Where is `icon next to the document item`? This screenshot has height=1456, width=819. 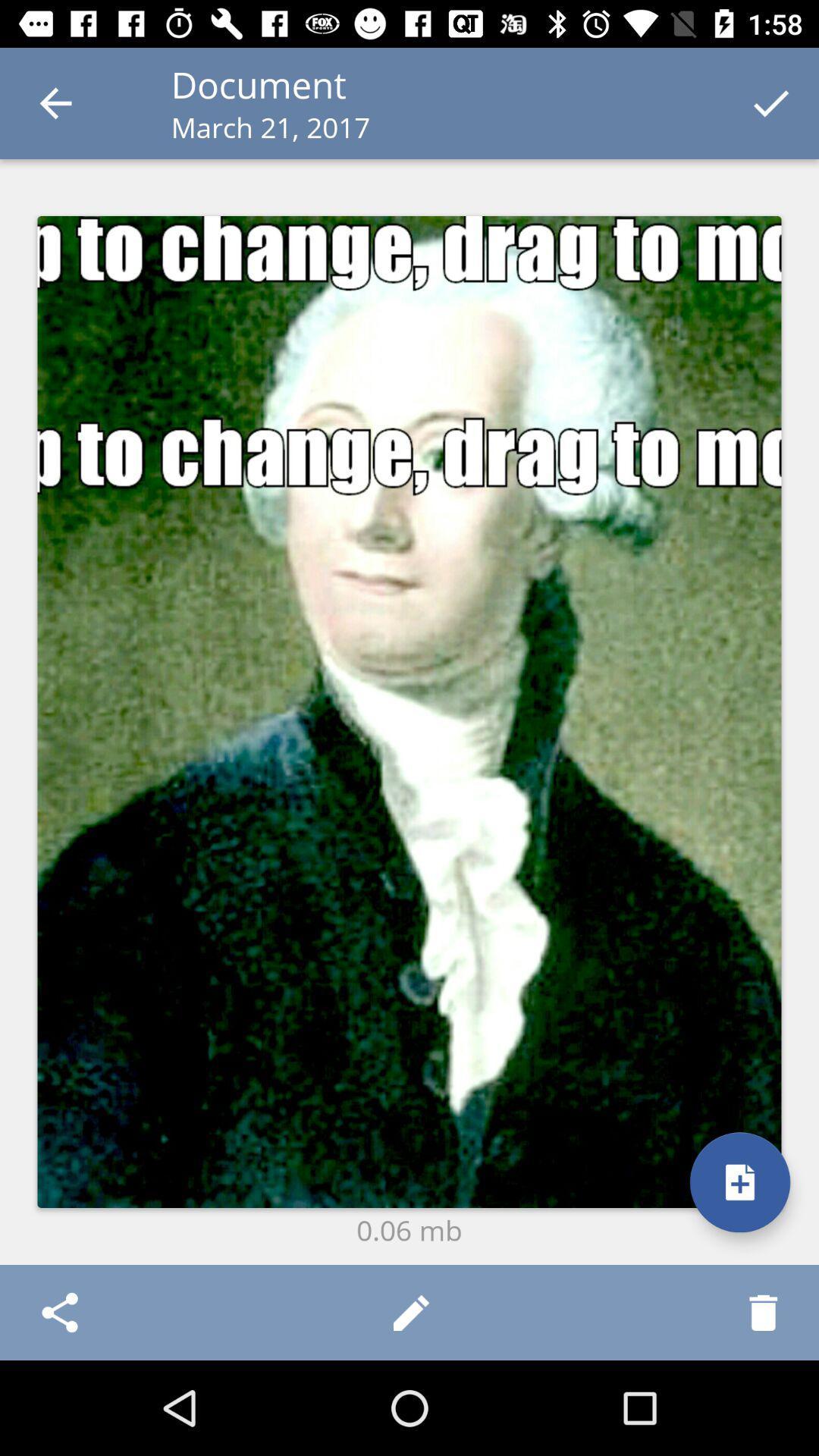 icon next to the document item is located at coordinates (55, 102).